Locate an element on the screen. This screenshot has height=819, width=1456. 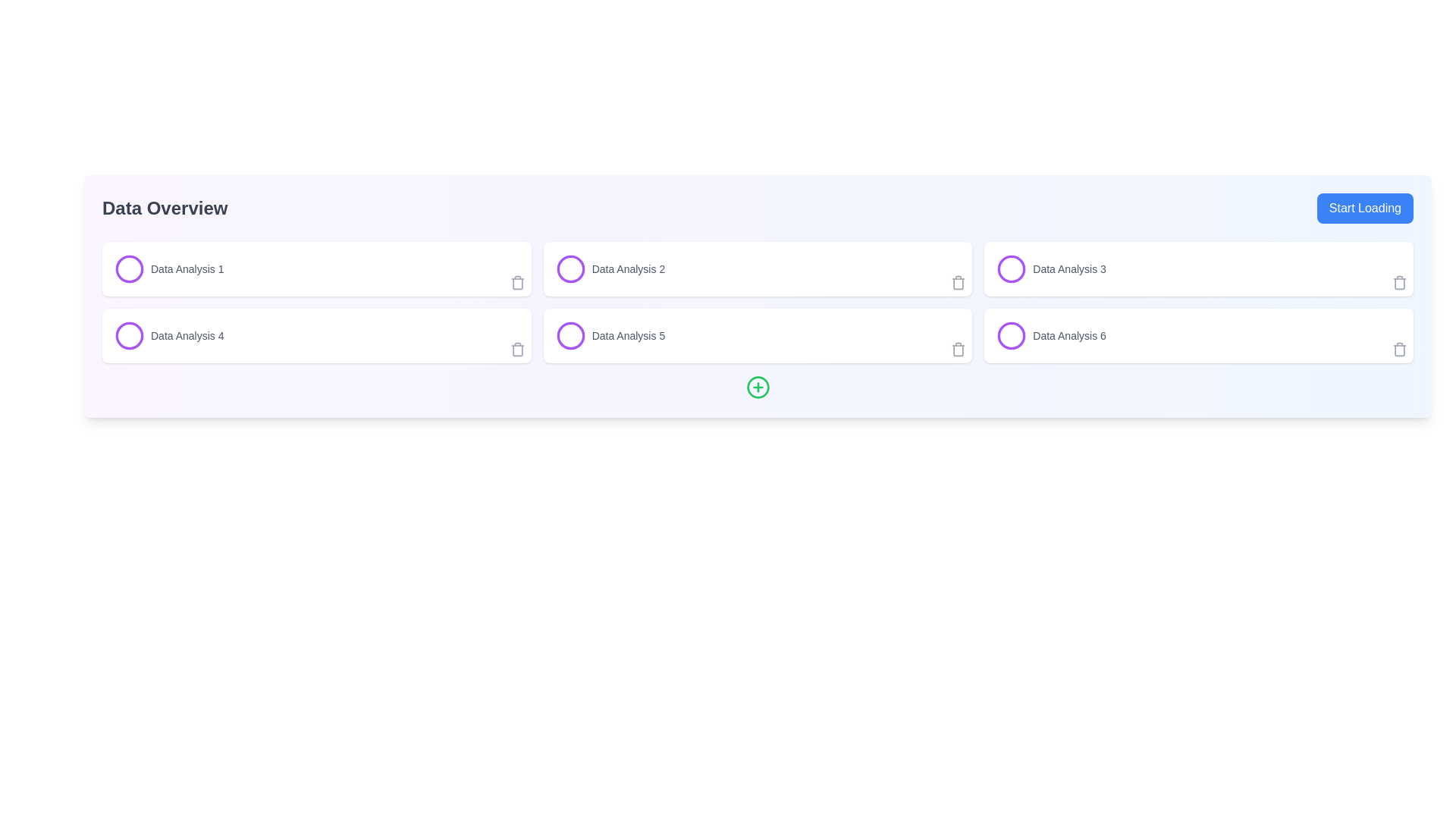
the delete icon button located in the lower-right corner of the white box containing 'Data Analysis 3' to change its color to red is located at coordinates (1399, 283).